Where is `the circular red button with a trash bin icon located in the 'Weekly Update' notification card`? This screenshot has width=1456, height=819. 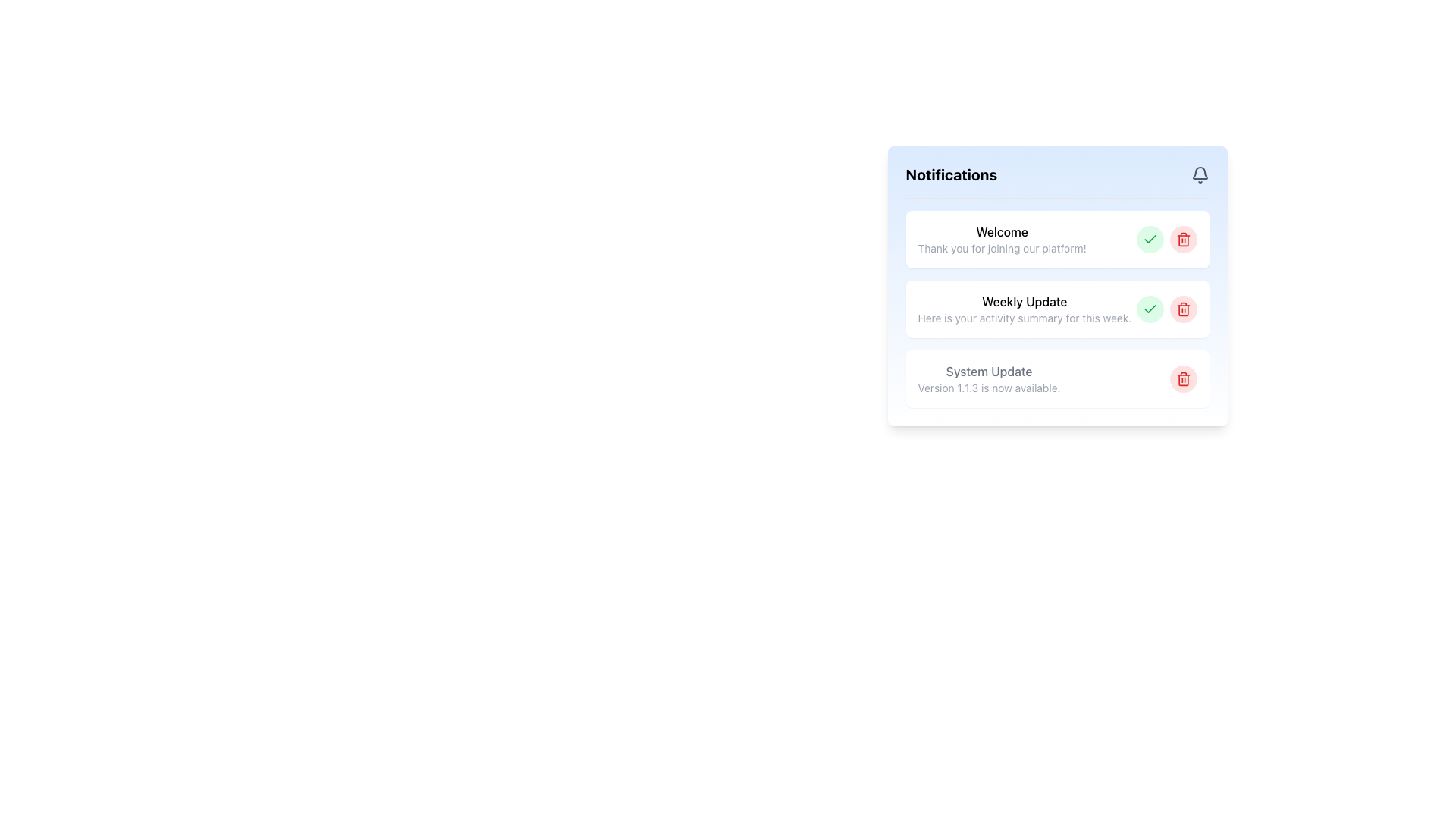 the circular red button with a trash bin icon located in the 'Weekly Update' notification card is located at coordinates (1182, 309).